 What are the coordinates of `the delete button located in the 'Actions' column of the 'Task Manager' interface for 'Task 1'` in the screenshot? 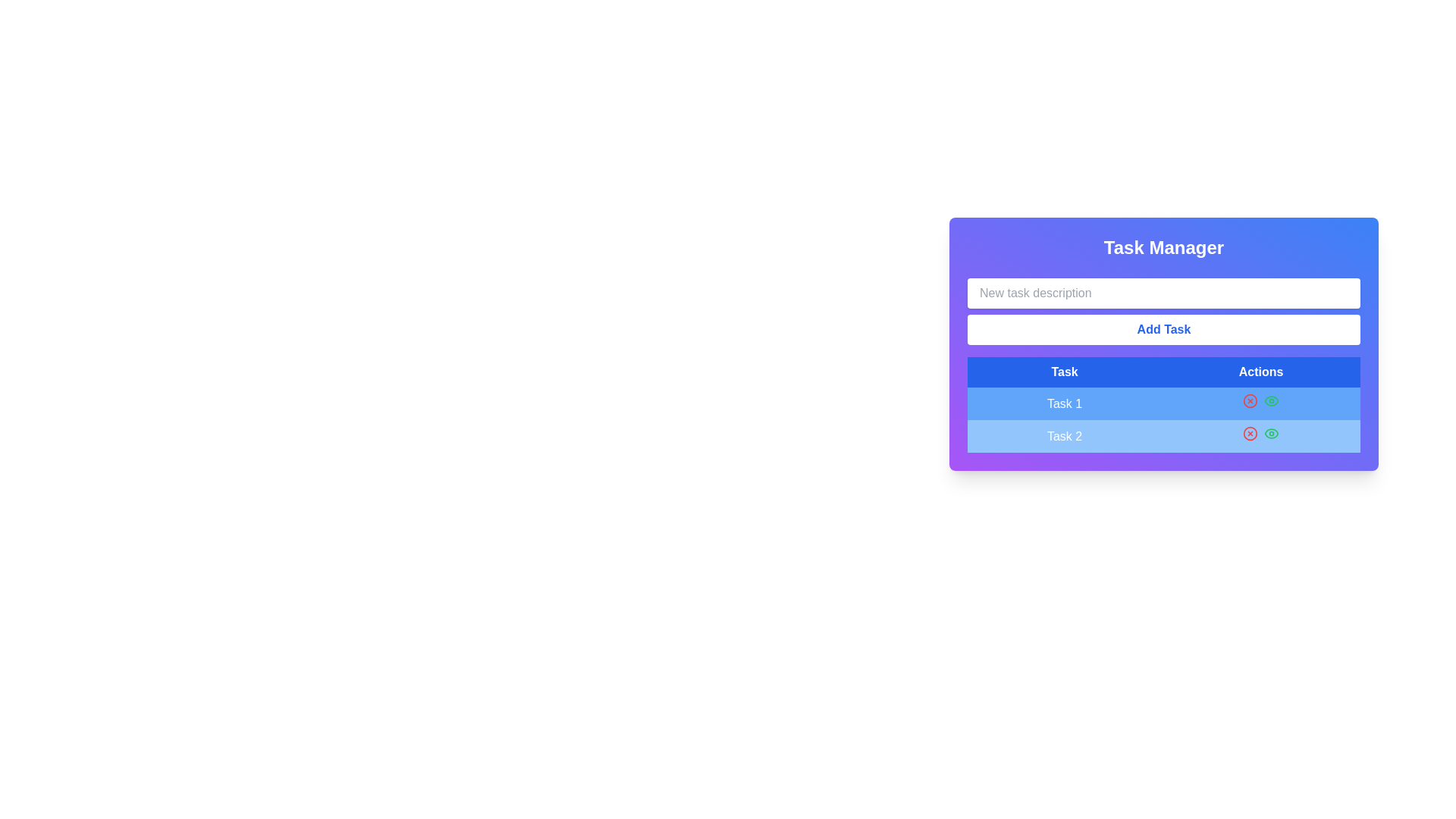 It's located at (1250, 400).